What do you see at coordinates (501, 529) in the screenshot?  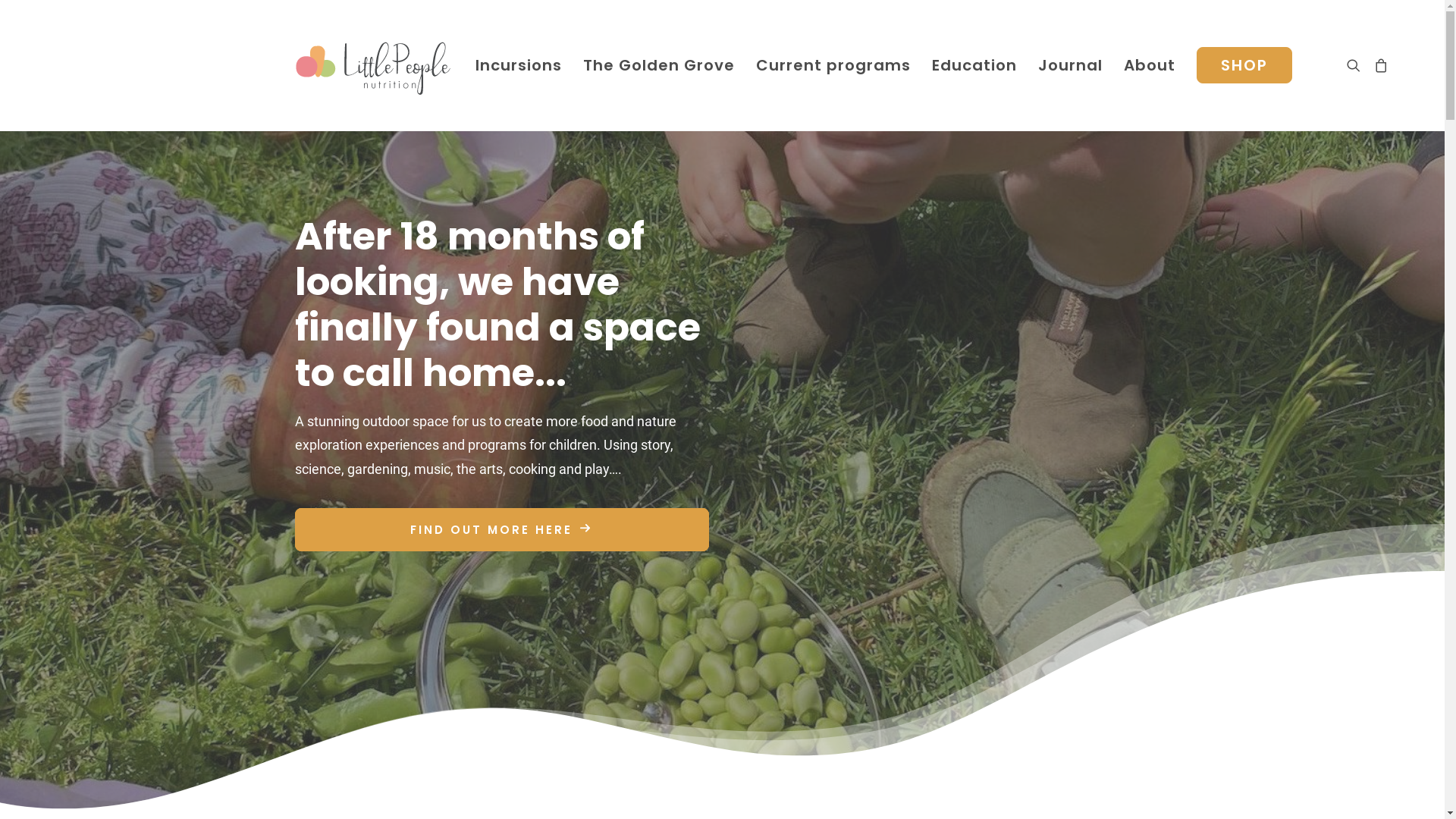 I see `'FIND OUT MORE HERE'` at bounding box center [501, 529].